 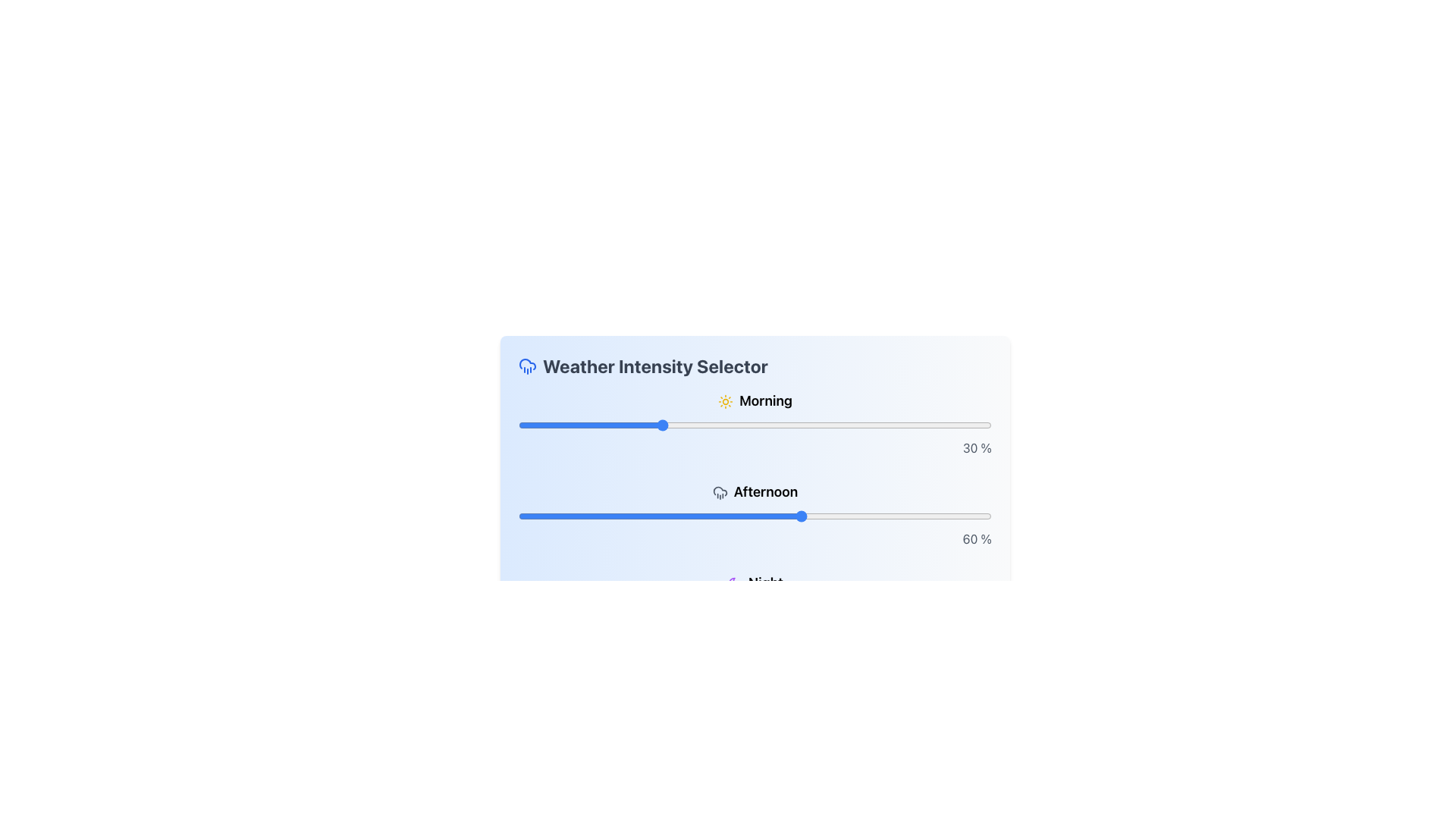 I want to click on the small purple crescent moon icon located to the left of the text 'Night' in the bottom section of the interface, so click(x=735, y=583).